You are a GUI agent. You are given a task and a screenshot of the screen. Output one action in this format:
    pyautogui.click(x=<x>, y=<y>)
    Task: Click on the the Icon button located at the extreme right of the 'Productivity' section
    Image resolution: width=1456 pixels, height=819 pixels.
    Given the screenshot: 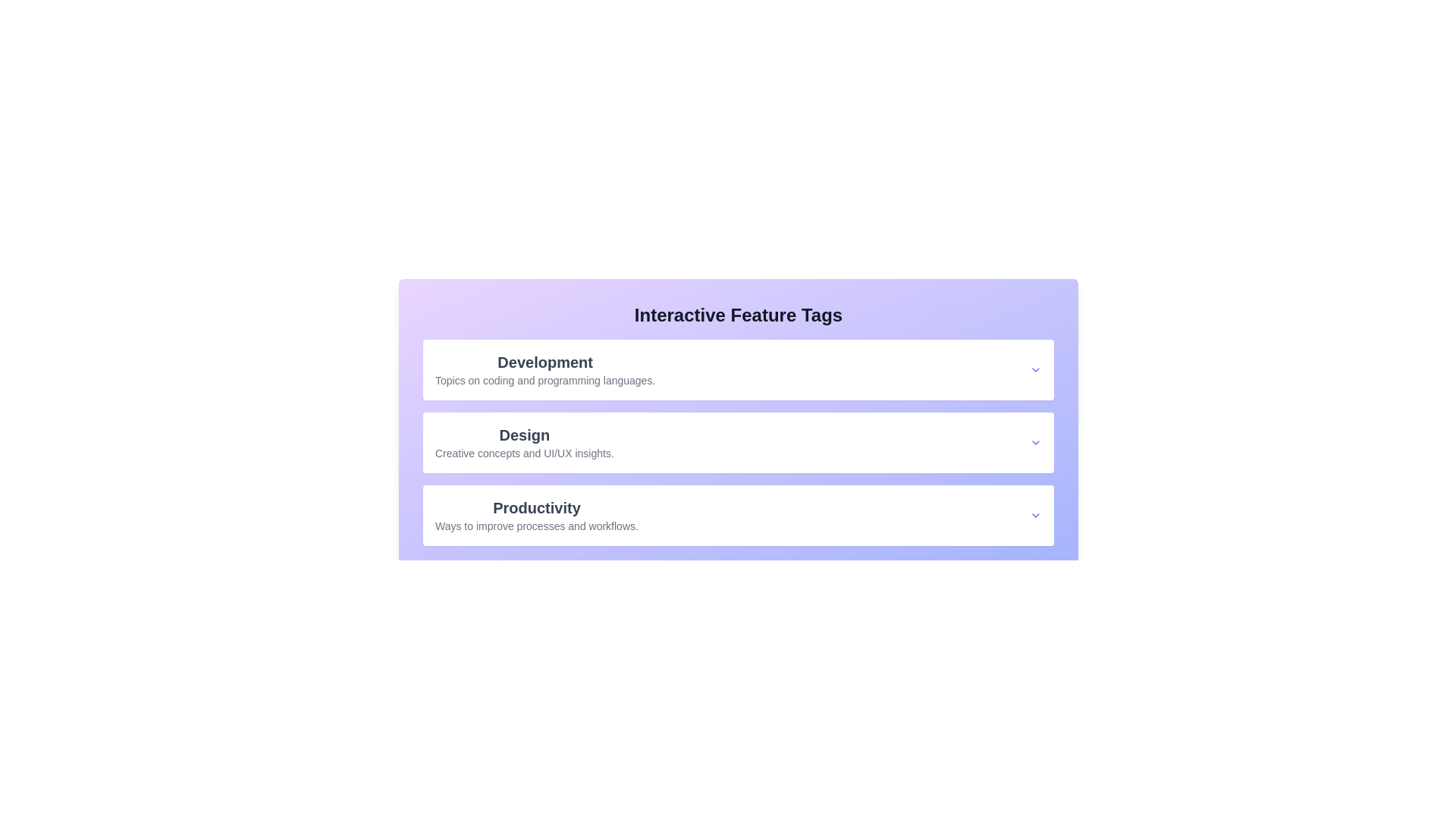 What is the action you would take?
    pyautogui.click(x=1035, y=514)
    